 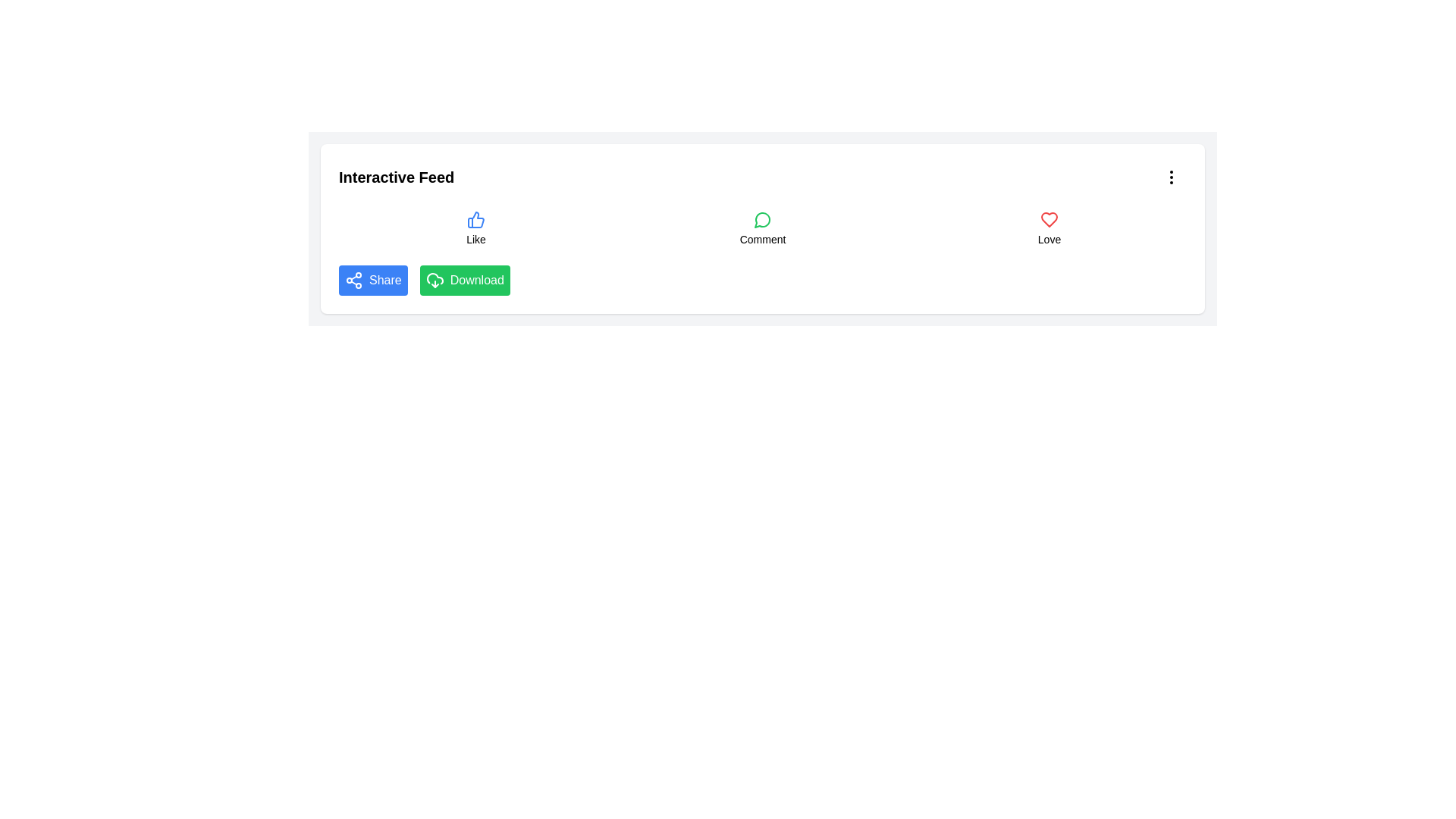 What do you see at coordinates (475, 228) in the screenshot?
I see `the 'Like' button element which features a blue thumbs-up icon above the text label 'Like' for keyboard navigation` at bounding box center [475, 228].